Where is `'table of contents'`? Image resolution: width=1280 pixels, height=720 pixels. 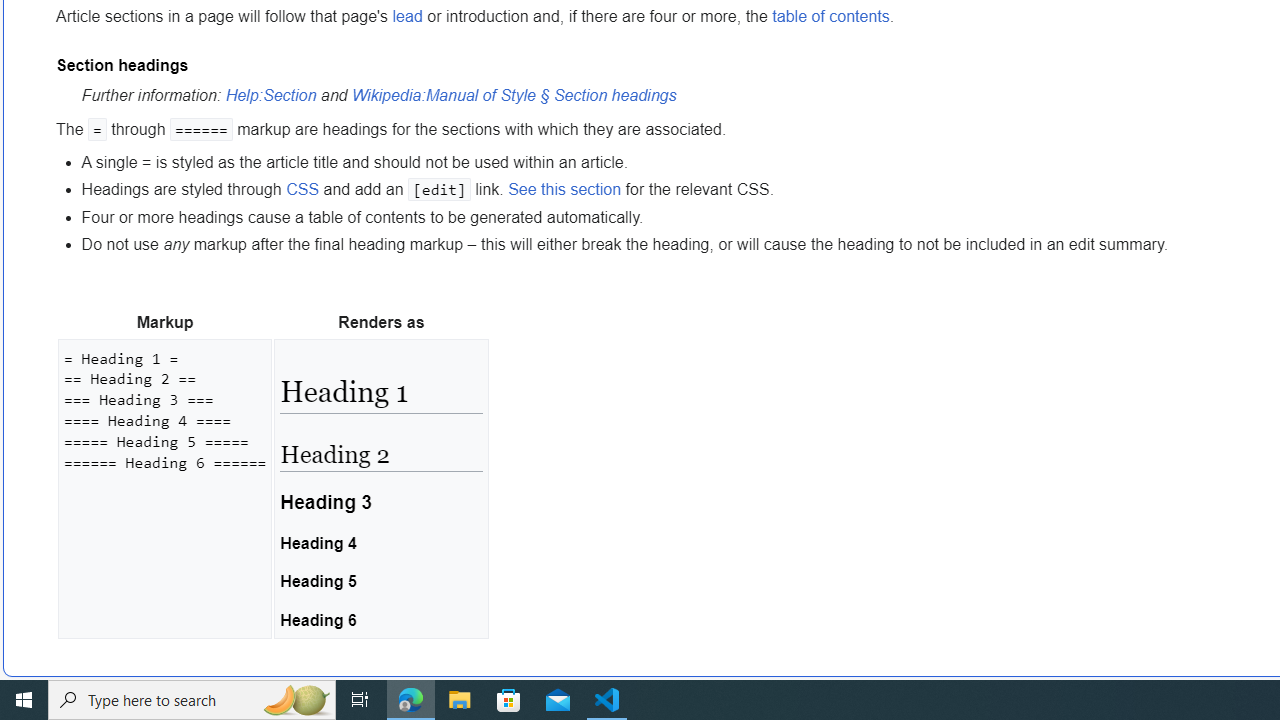 'table of contents' is located at coordinates (830, 16).